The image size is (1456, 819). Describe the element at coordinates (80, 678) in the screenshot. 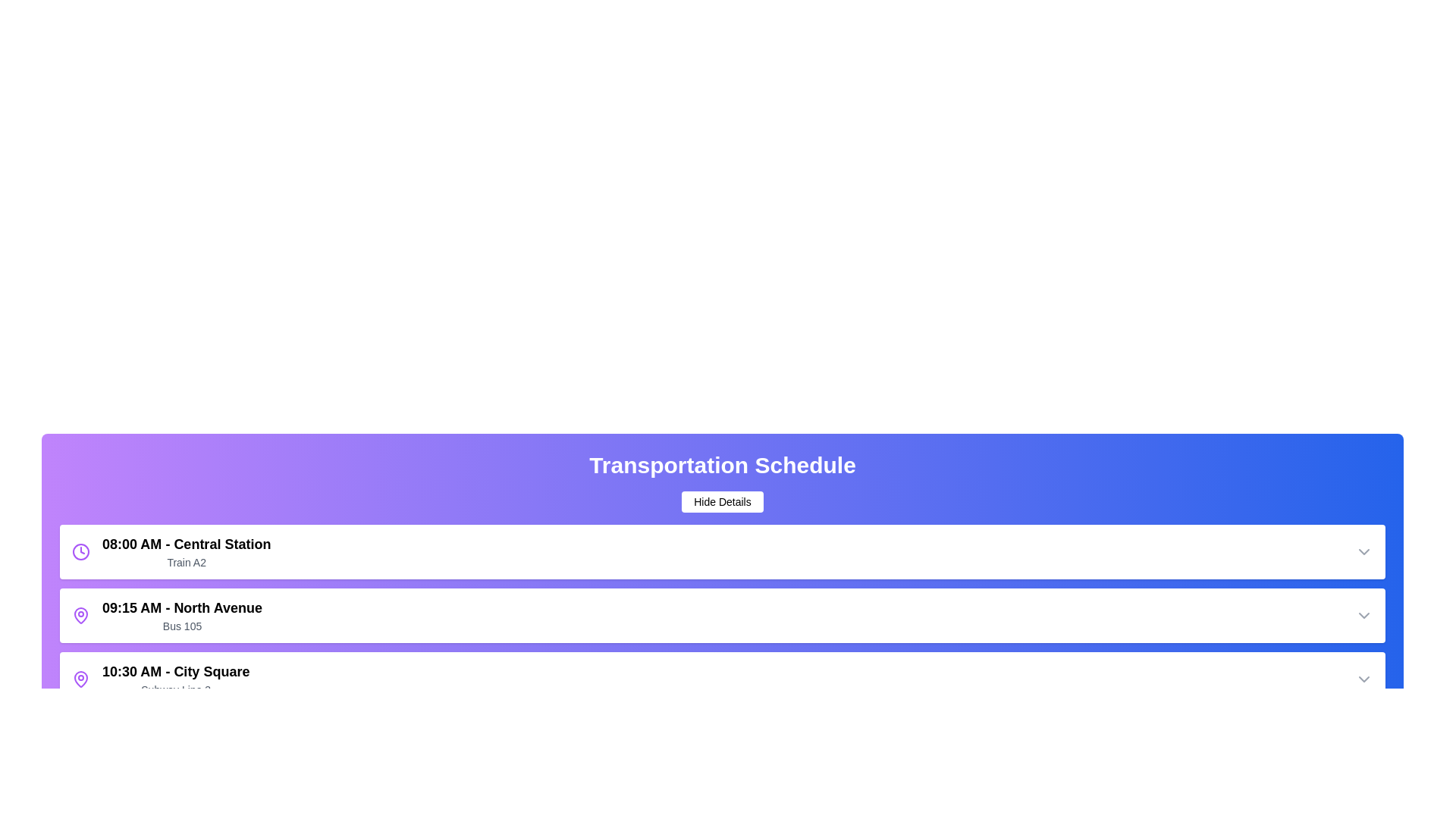

I see `the map_pin icon of the schedule item at 10:30 AM` at that location.